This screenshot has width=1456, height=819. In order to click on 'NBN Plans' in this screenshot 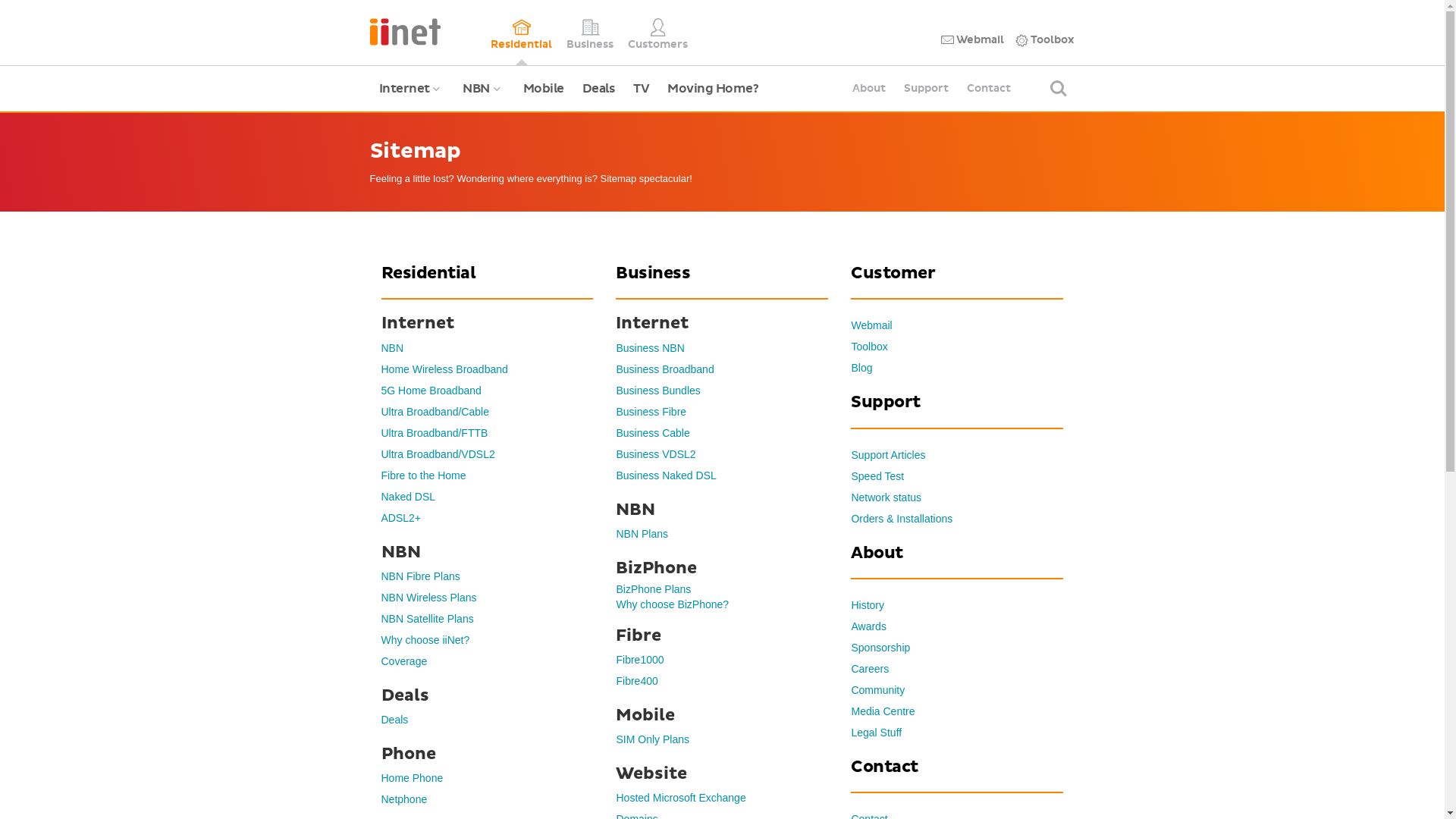, I will do `click(641, 533)`.